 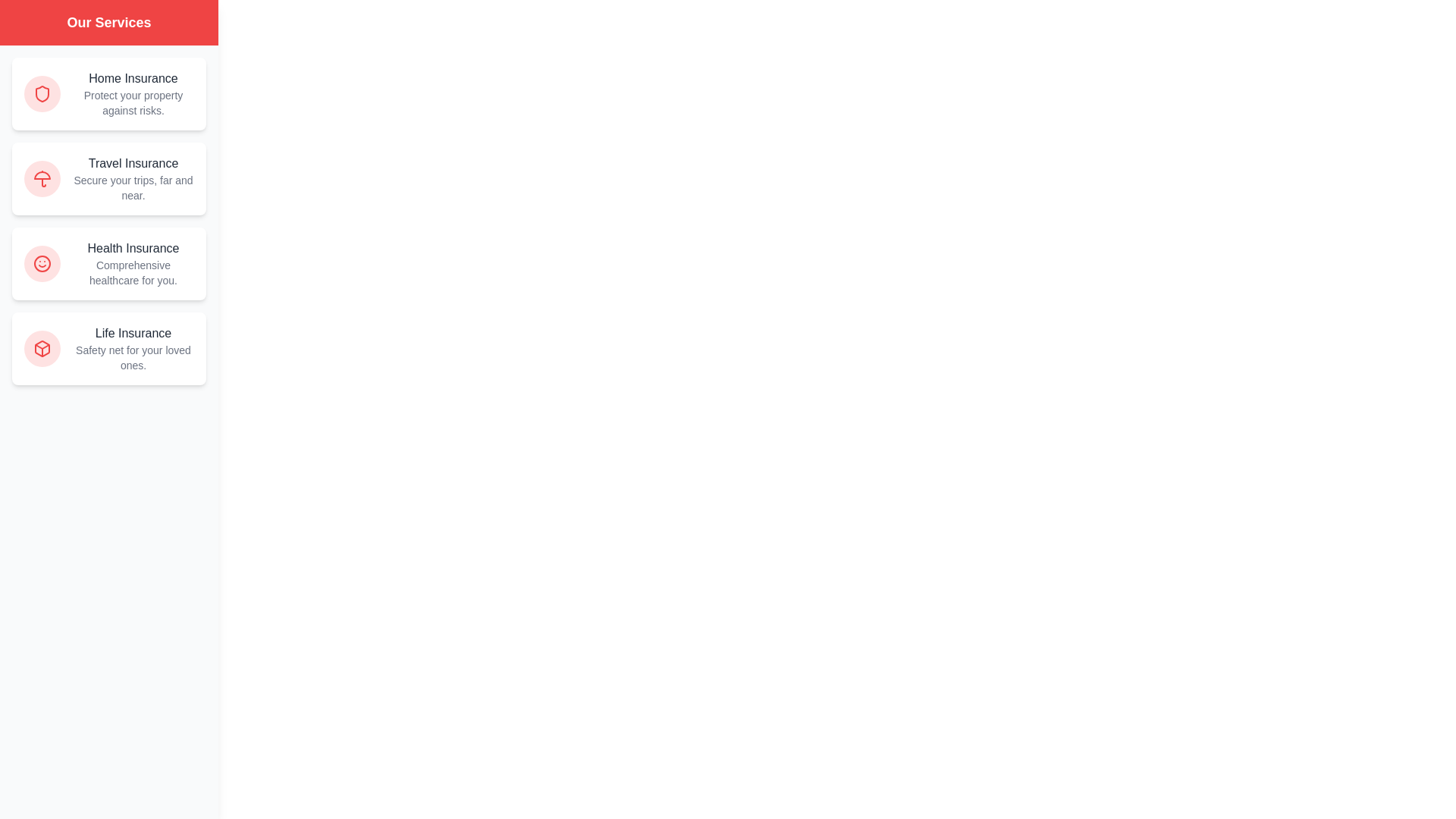 What do you see at coordinates (108, 177) in the screenshot?
I see `the Travel Insurance service card to interact with it` at bounding box center [108, 177].